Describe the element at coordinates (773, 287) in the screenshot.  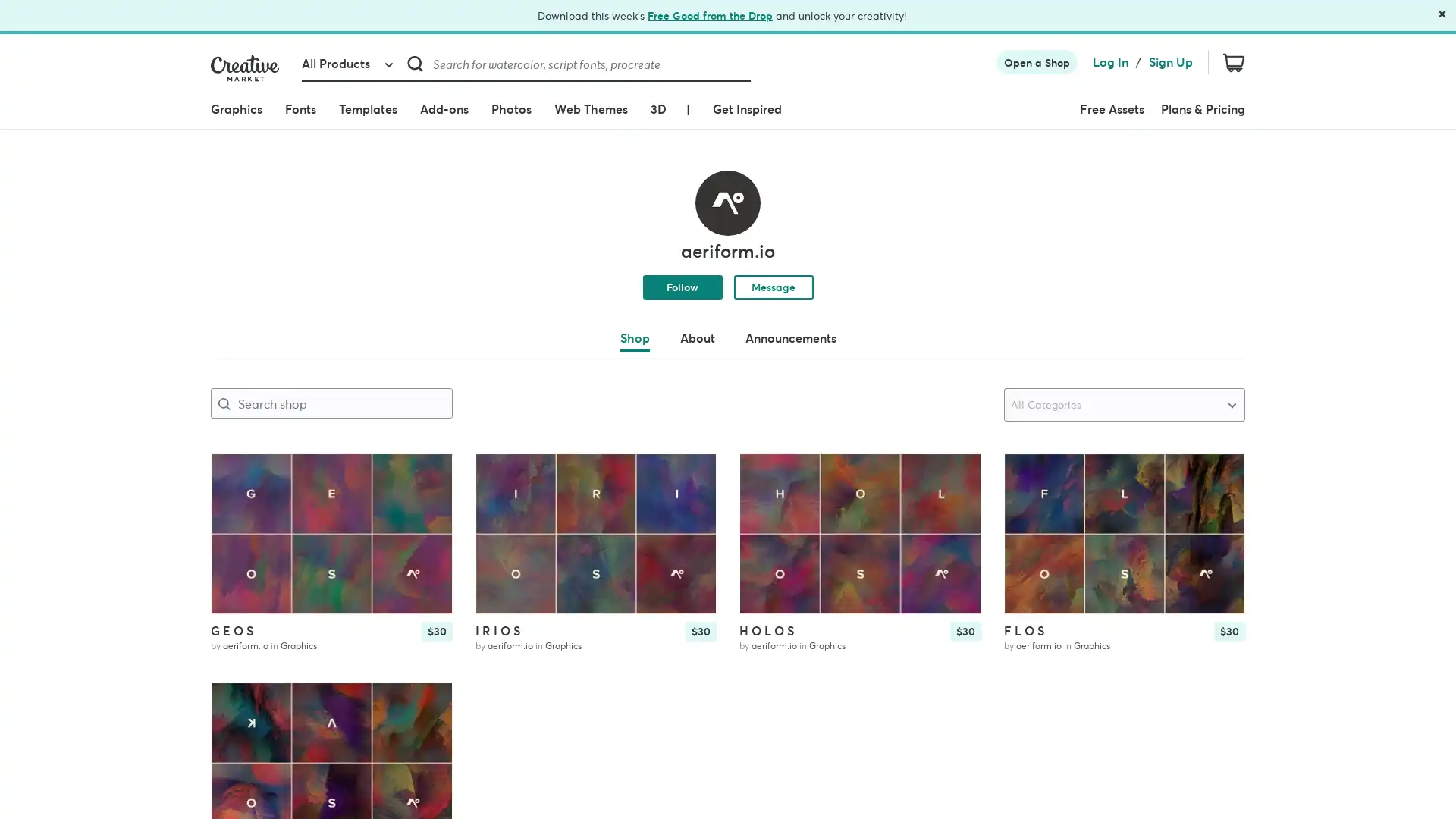
I see `Message` at that location.